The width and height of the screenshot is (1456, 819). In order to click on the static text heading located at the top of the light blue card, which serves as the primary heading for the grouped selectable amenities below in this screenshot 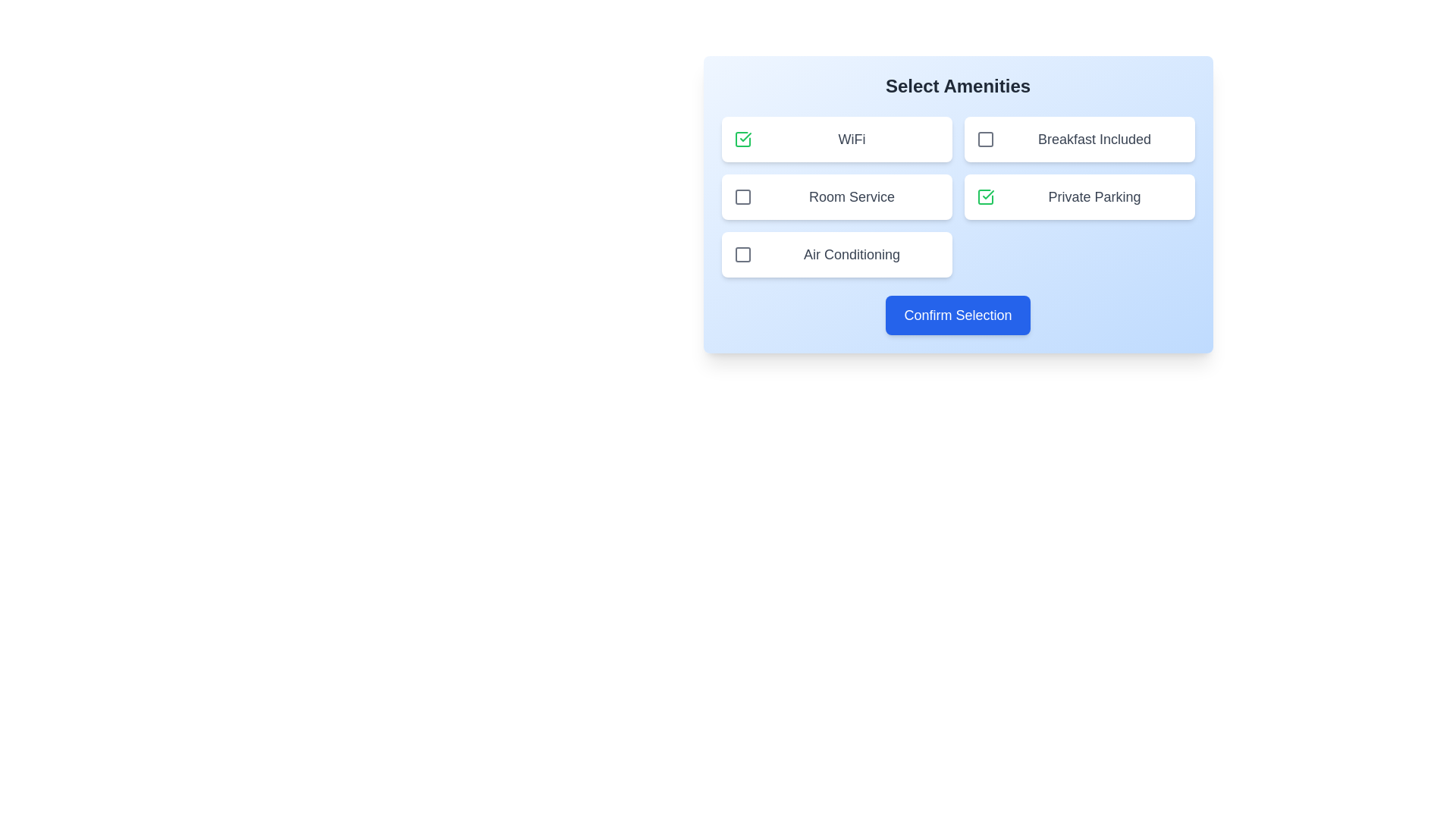, I will do `click(957, 86)`.